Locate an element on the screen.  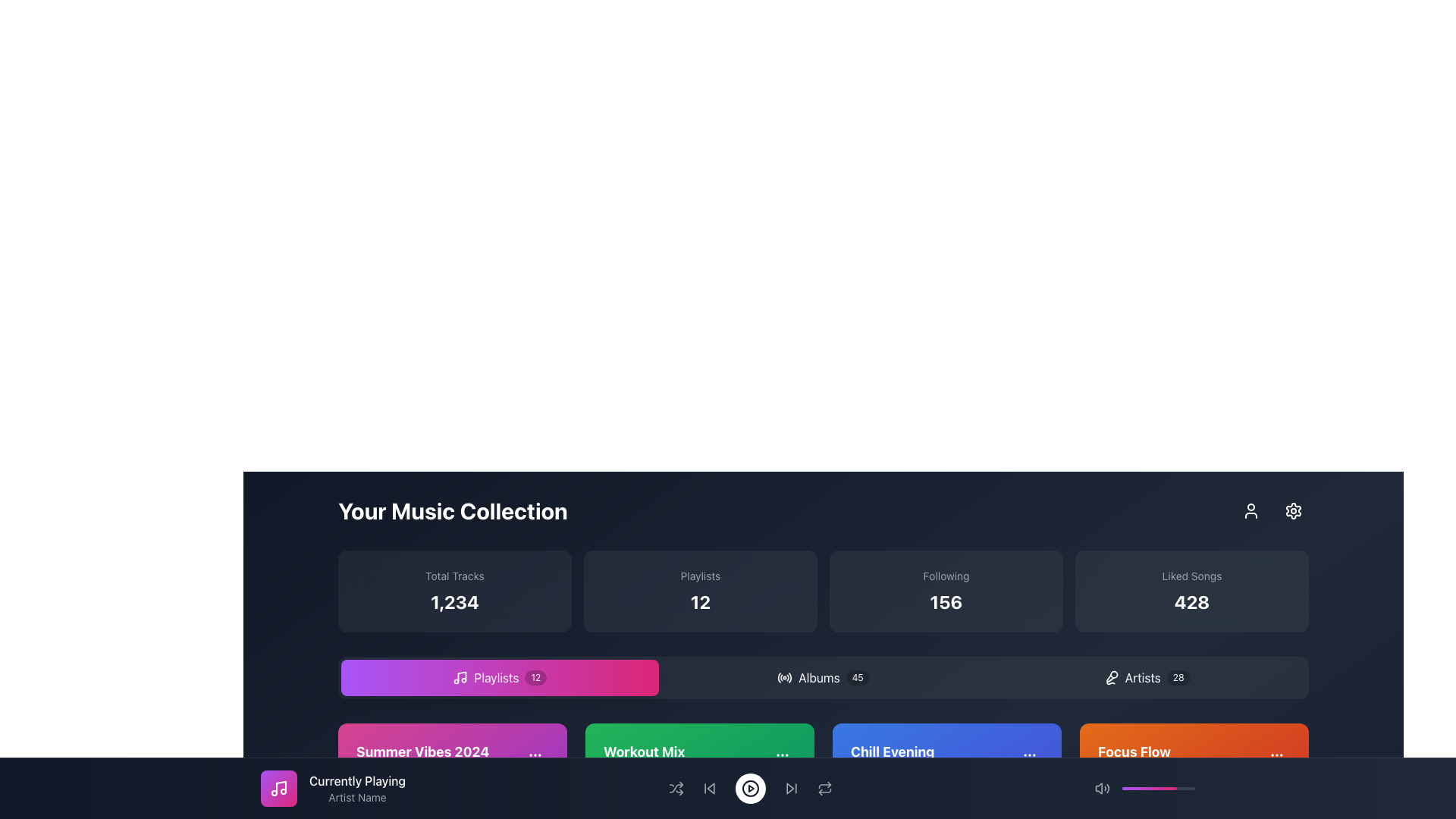
the circular settings button with a cogwheel icon located at the top-right corner of the interface is located at coordinates (1292, 511).